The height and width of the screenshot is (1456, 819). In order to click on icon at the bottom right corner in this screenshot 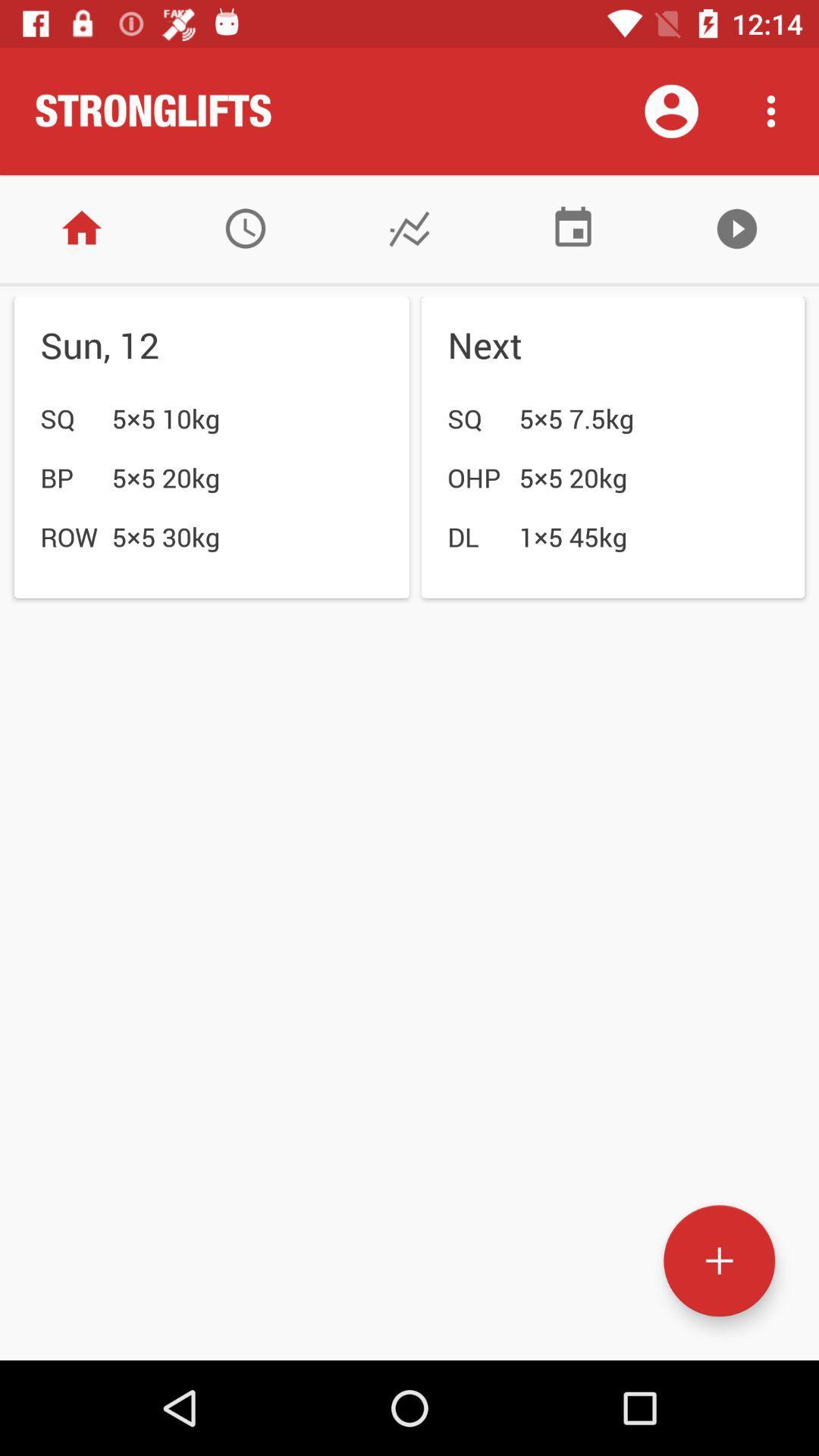, I will do `click(718, 1260)`.